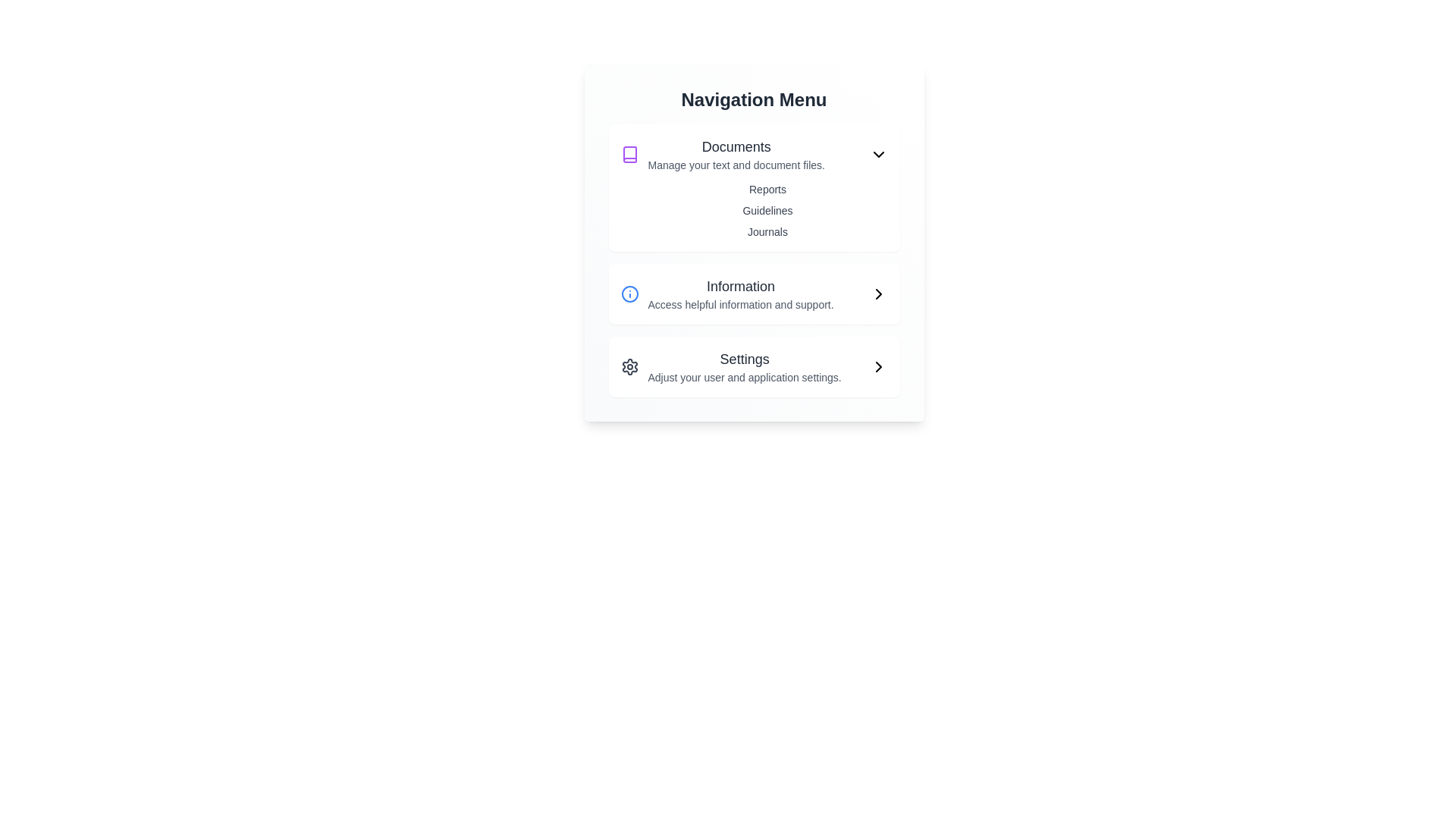  Describe the element at coordinates (629, 366) in the screenshot. I see `the gear-shaped icon located to the left of the 'Settings' heading, which is styled in a minimalistic gray color and is the first element in a group that includes a description below it` at that location.